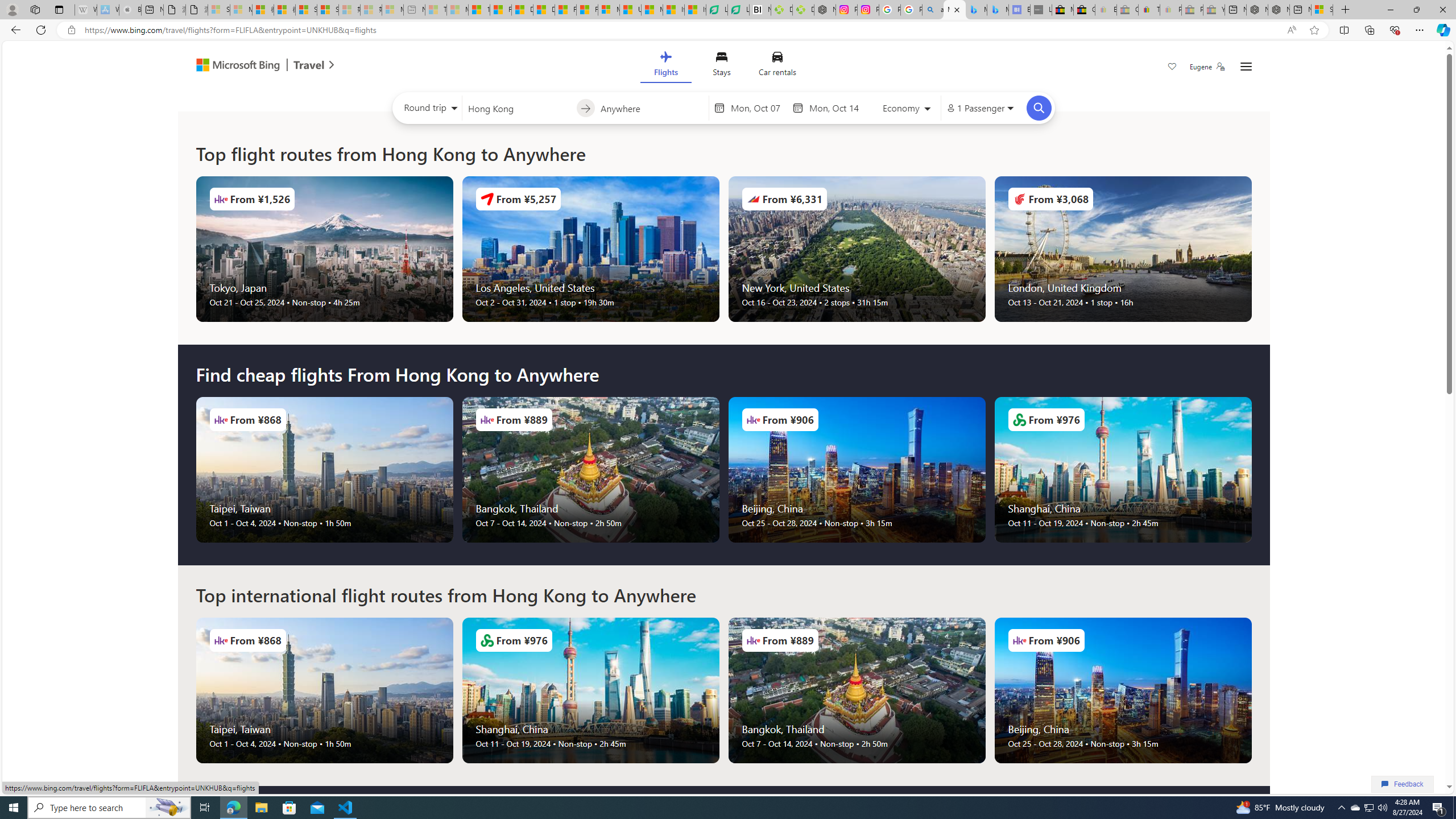 The image size is (1456, 819). I want to click on 'Going to?', so click(651, 107).